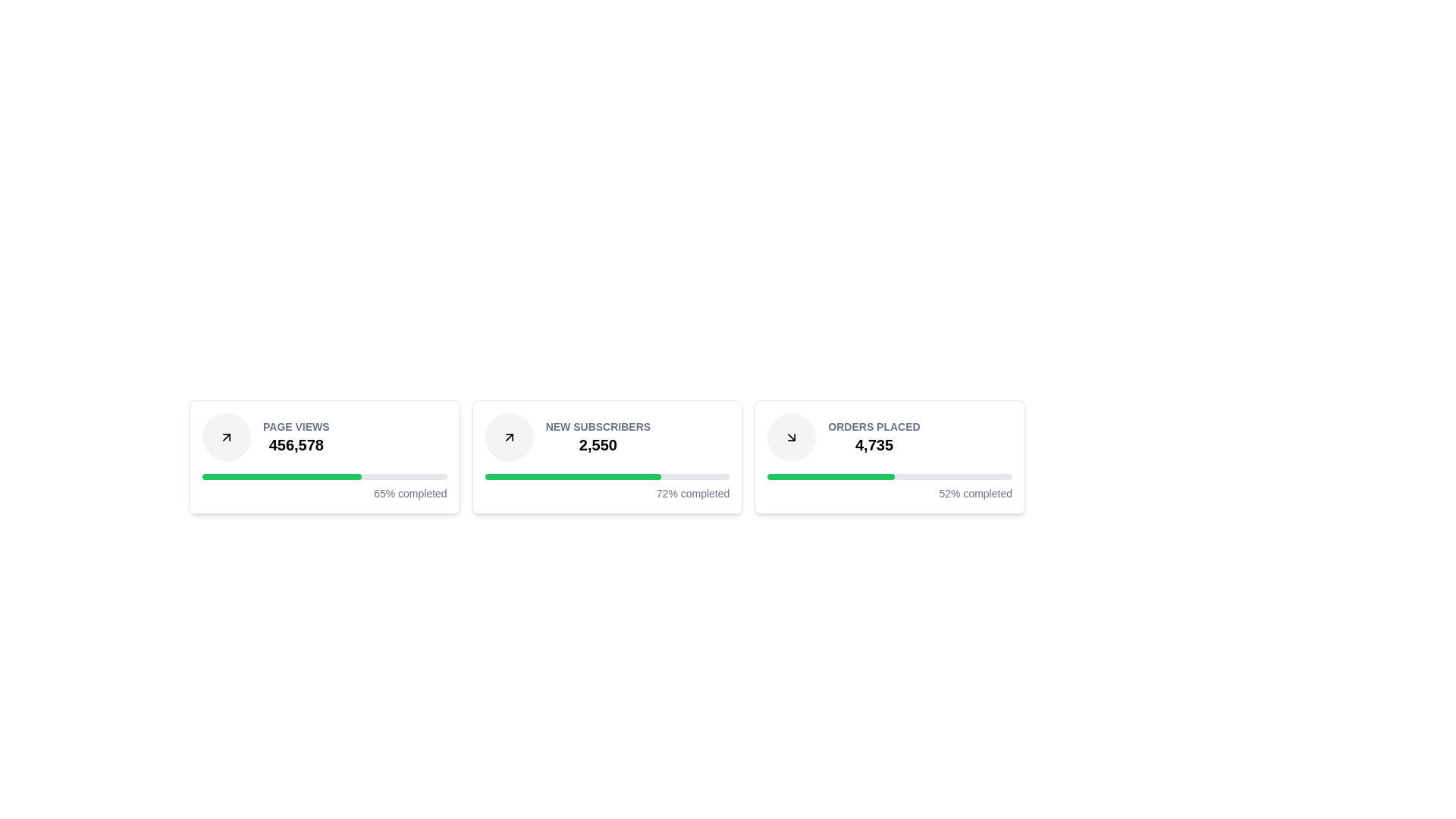 Image resolution: width=1456 pixels, height=819 pixels. What do you see at coordinates (890, 475) in the screenshot?
I see `the progress bar representing 52% completion located in the third card titled 'ORDERS PLACED', positioned below '4,735' and above '52% completed'` at bounding box center [890, 475].